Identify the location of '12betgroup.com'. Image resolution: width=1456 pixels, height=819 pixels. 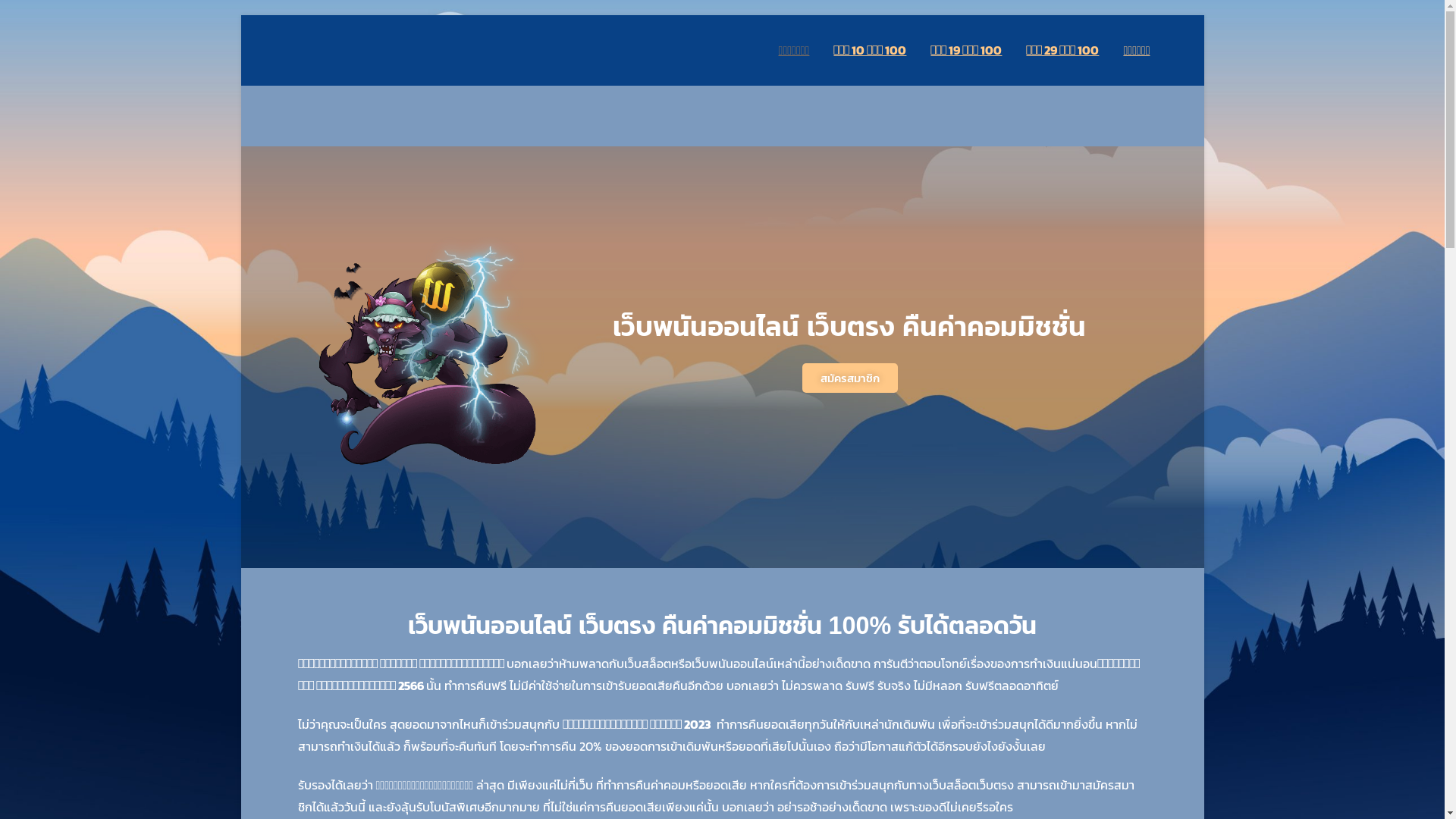
(282, 60).